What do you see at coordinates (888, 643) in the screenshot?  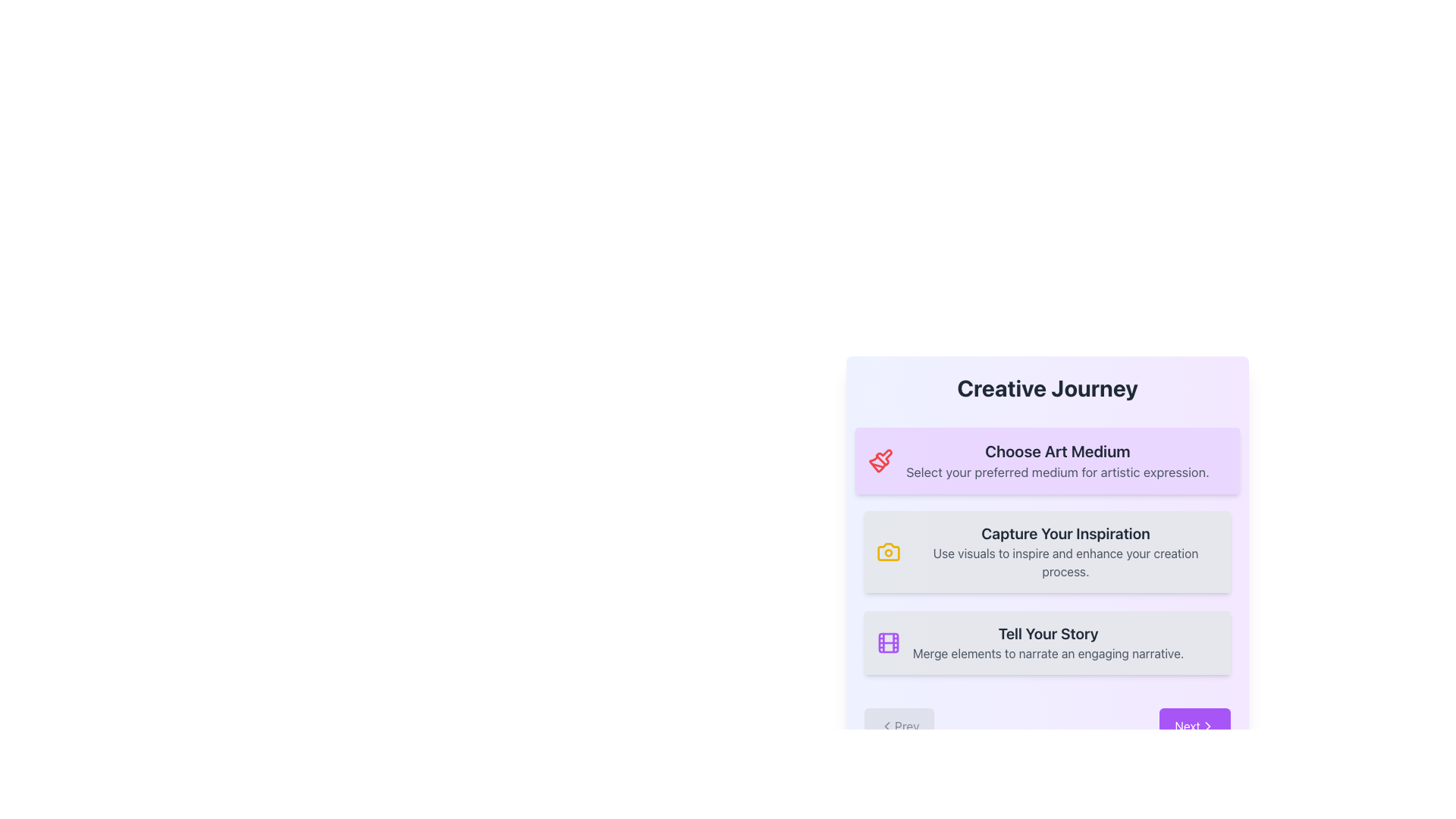 I see `the decorative purple square with rounded corners located centrally within the filmstrip icon beside the 'Tell Your Story' text in the 'Creative Journey' options` at bounding box center [888, 643].